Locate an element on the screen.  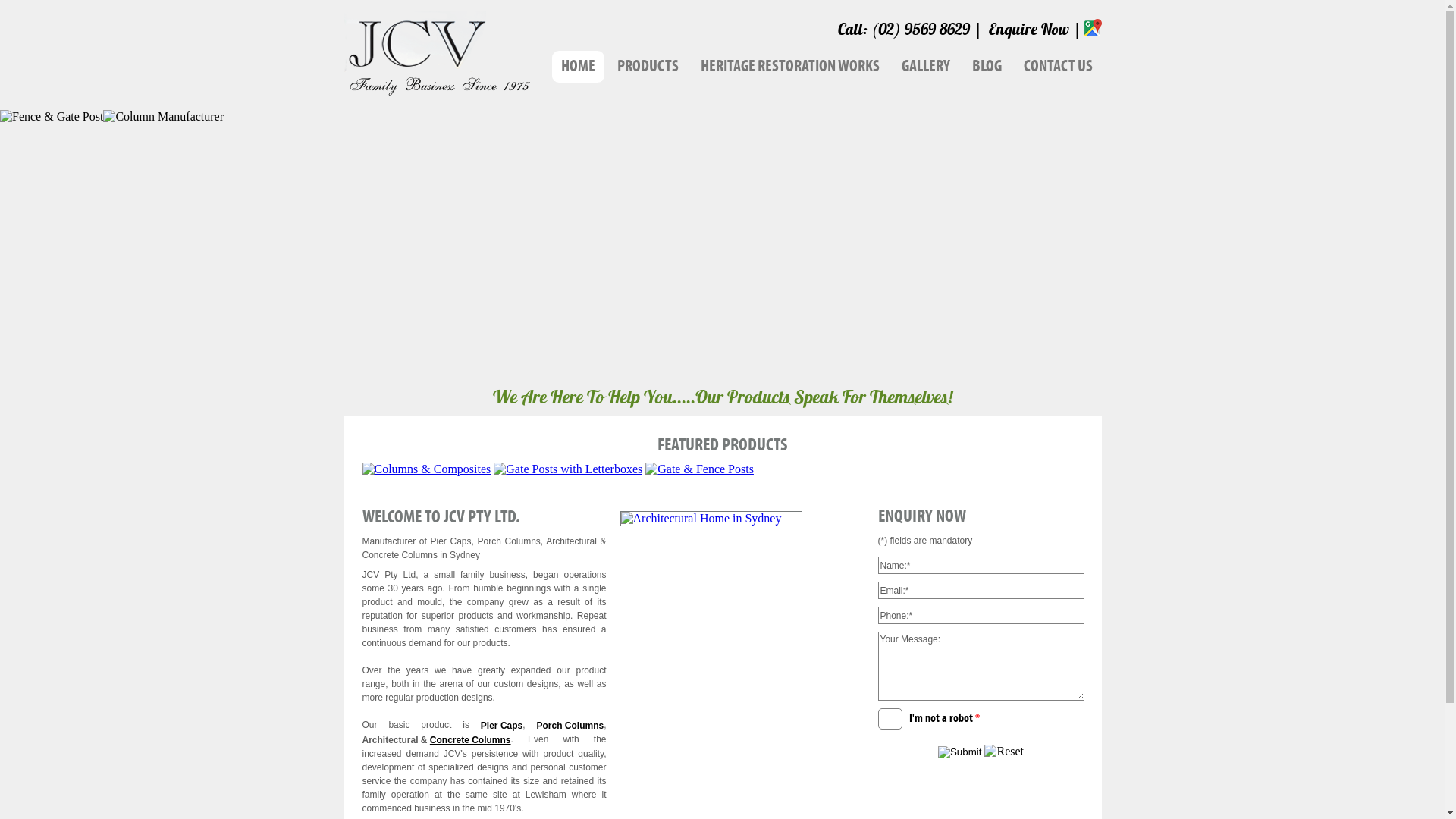
'JCV Pty Ltd' is located at coordinates (435, 91).